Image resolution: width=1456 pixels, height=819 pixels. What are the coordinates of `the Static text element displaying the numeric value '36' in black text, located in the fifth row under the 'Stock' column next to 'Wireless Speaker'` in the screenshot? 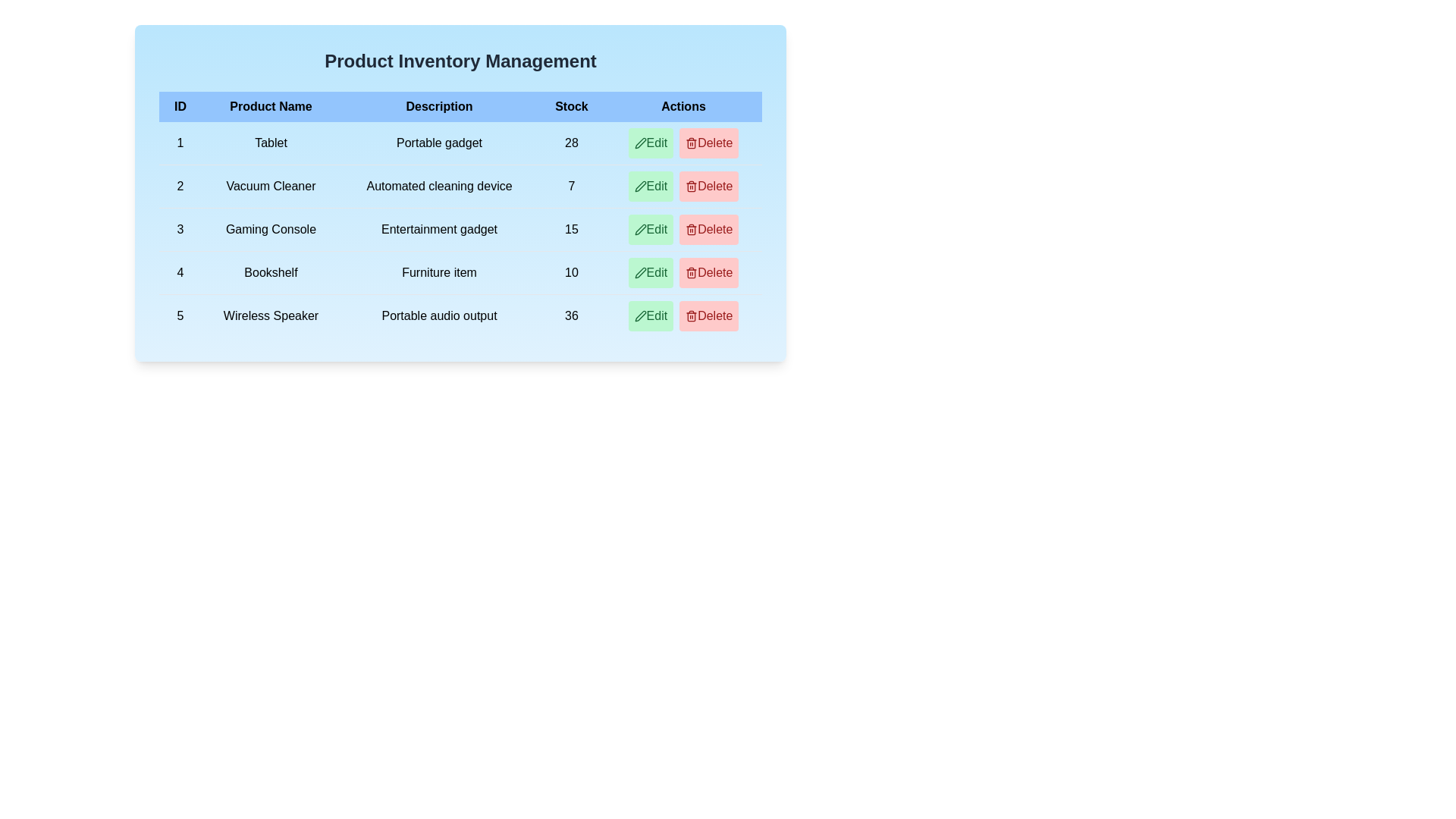 It's located at (570, 315).